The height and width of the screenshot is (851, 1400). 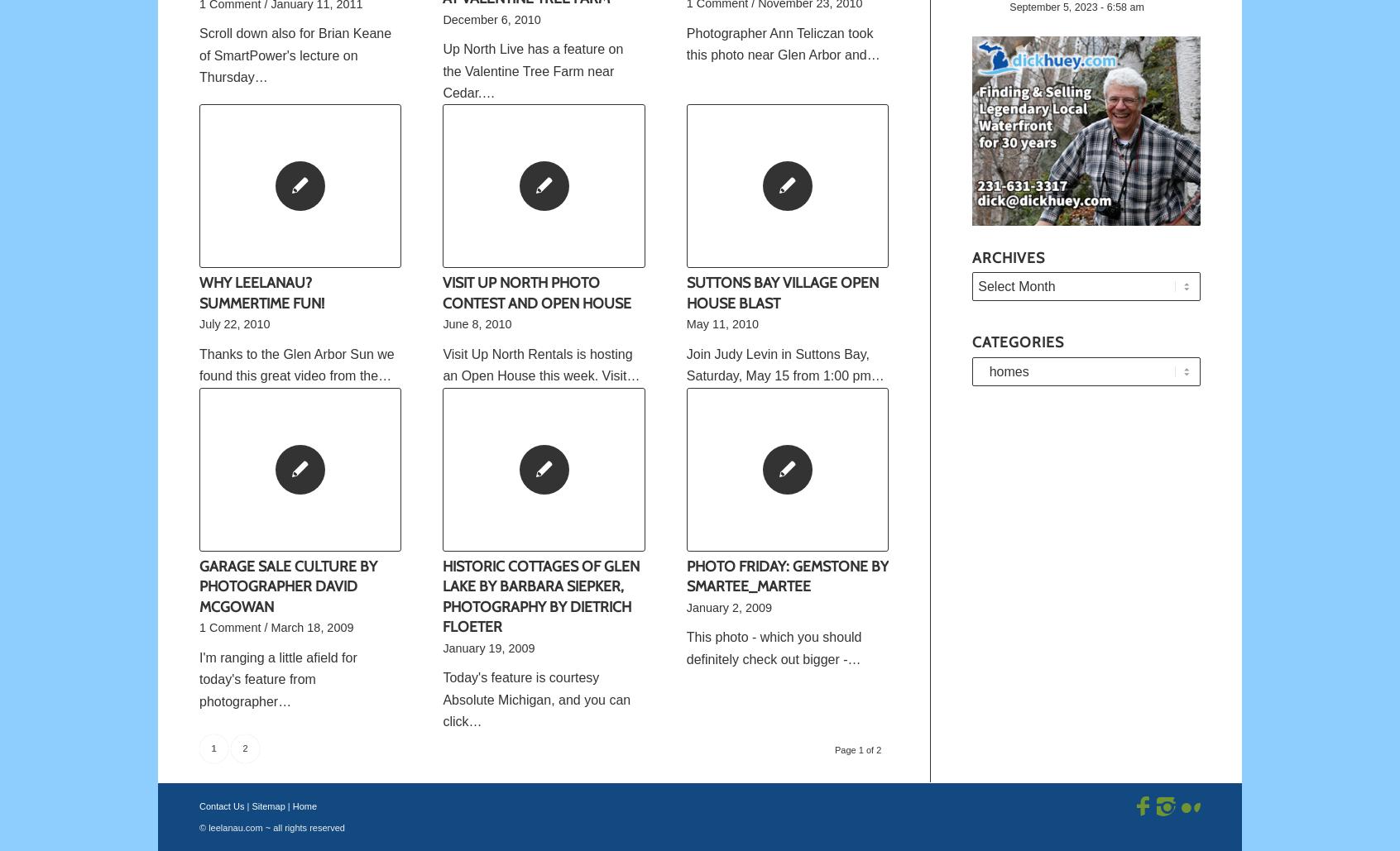 What do you see at coordinates (487, 648) in the screenshot?
I see `'January 19, 2009'` at bounding box center [487, 648].